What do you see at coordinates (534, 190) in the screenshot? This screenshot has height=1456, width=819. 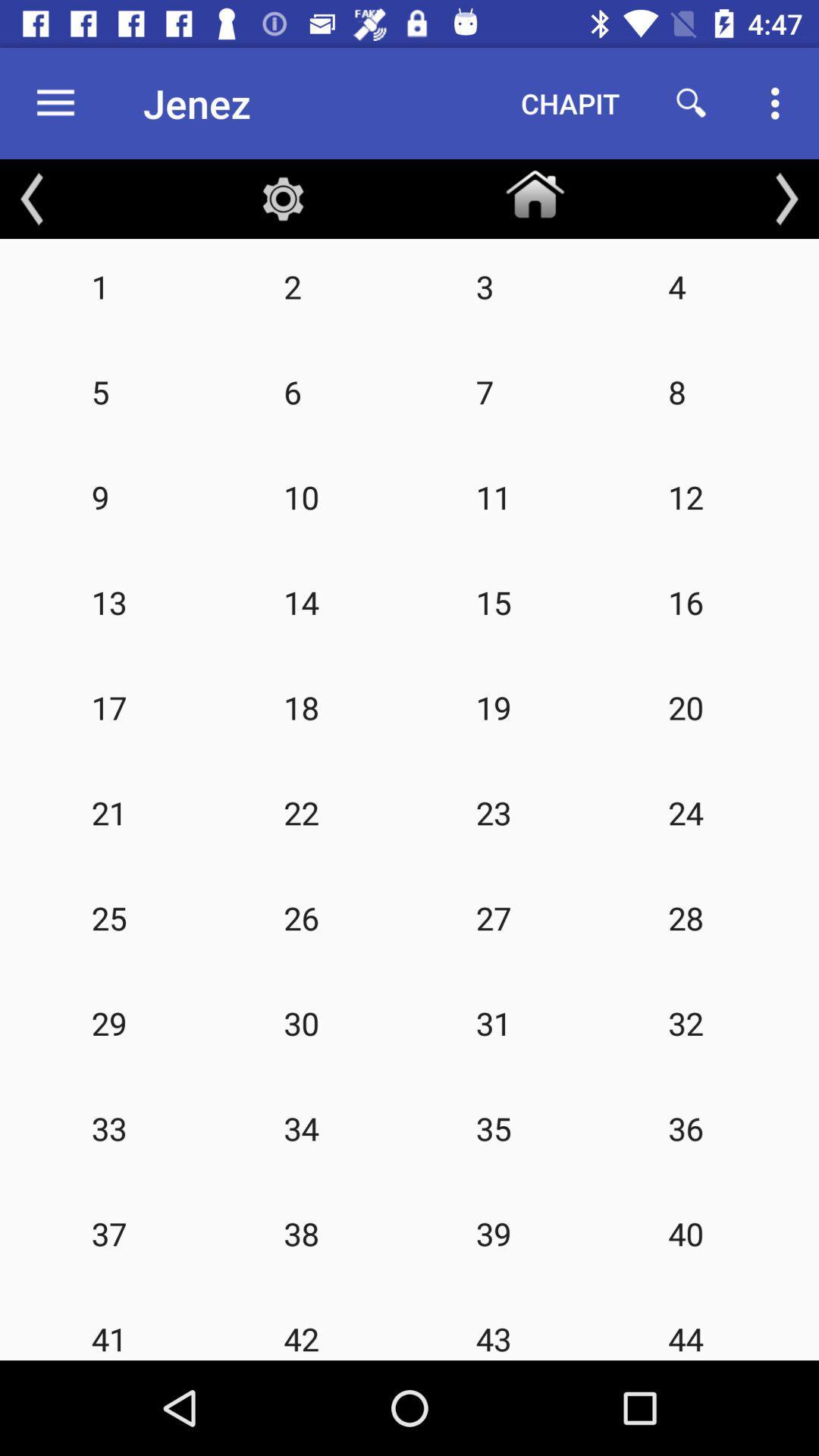 I see `the home button below chapit` at bounding box center [534, 190].